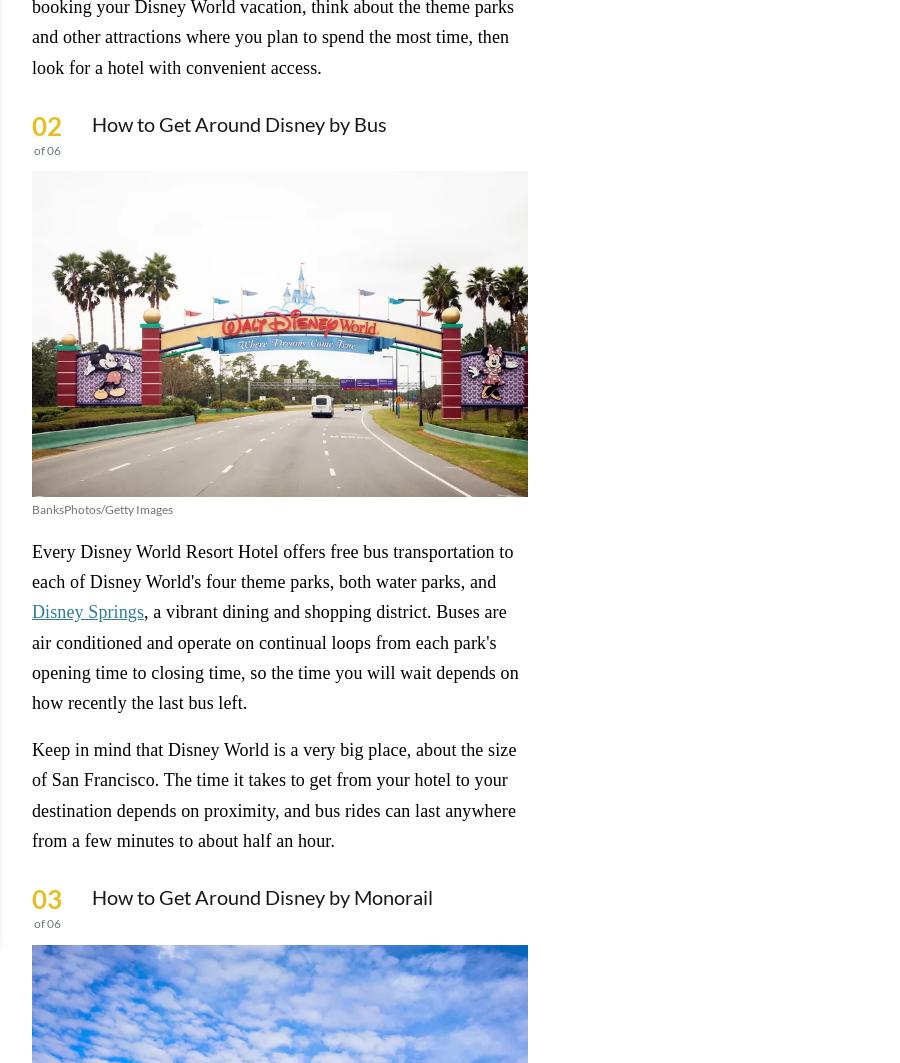 This screenshot has height=1063, width=900. I want to click on ', a vibrant dining and shopping district. Buses are air conditioned and operate on continual loops from each park's opening time to closing time, so the time you will wait depends on how recently the last bus left.', so click(274, 656).